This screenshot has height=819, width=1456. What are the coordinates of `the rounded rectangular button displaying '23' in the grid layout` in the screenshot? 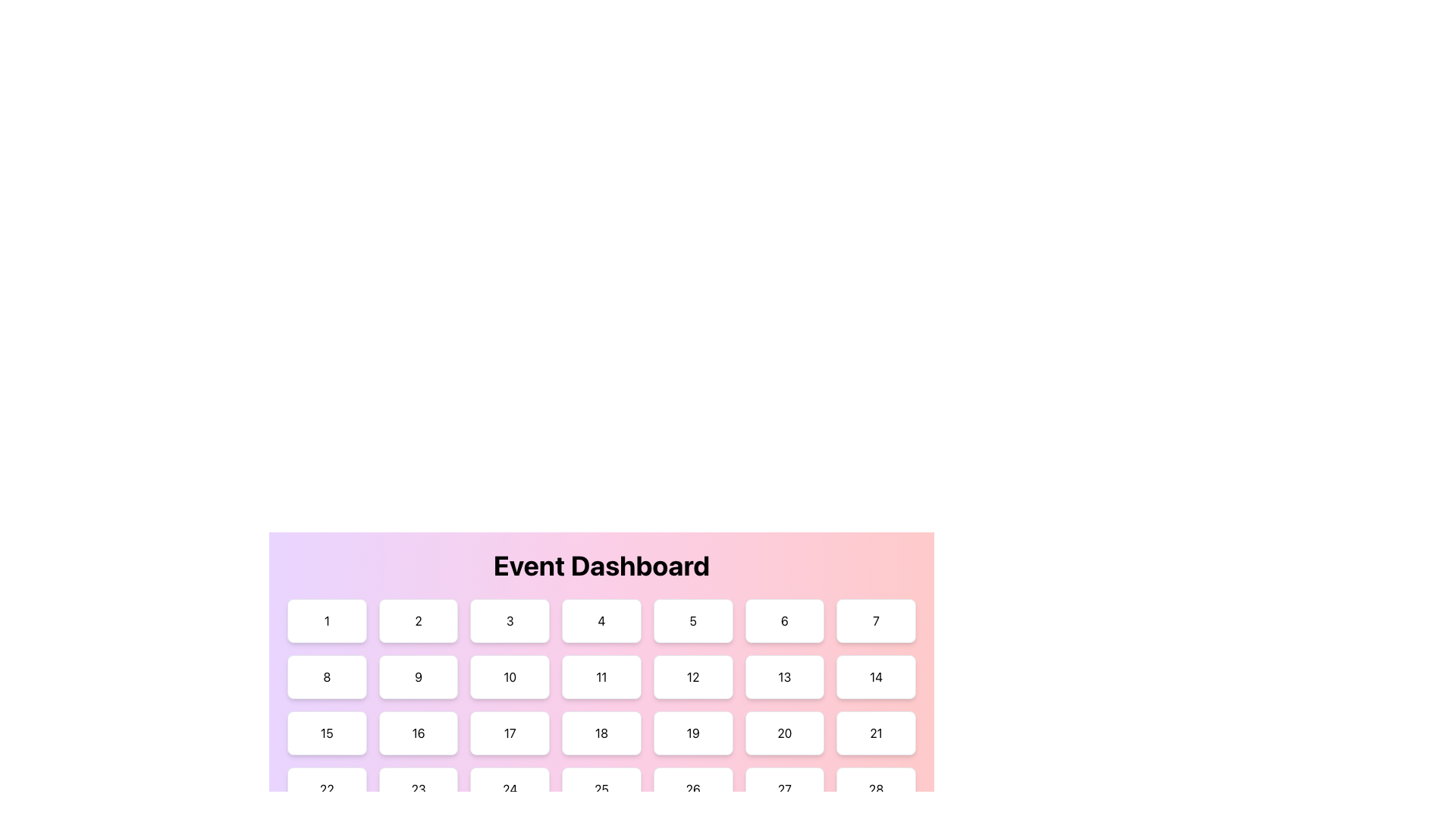 It's located at (419, 789).